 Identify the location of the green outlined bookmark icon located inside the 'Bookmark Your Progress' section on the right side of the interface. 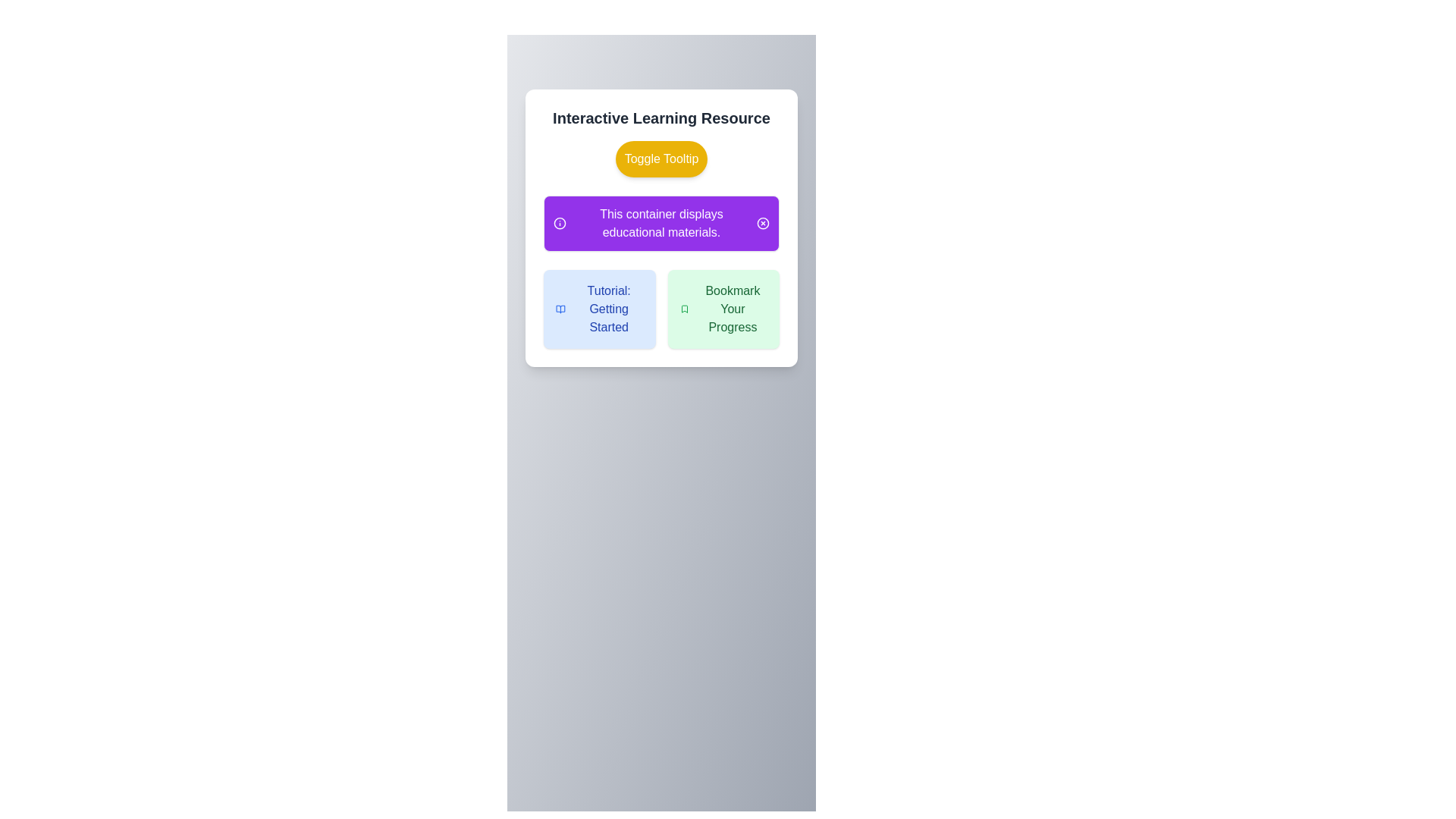
(683, 309).